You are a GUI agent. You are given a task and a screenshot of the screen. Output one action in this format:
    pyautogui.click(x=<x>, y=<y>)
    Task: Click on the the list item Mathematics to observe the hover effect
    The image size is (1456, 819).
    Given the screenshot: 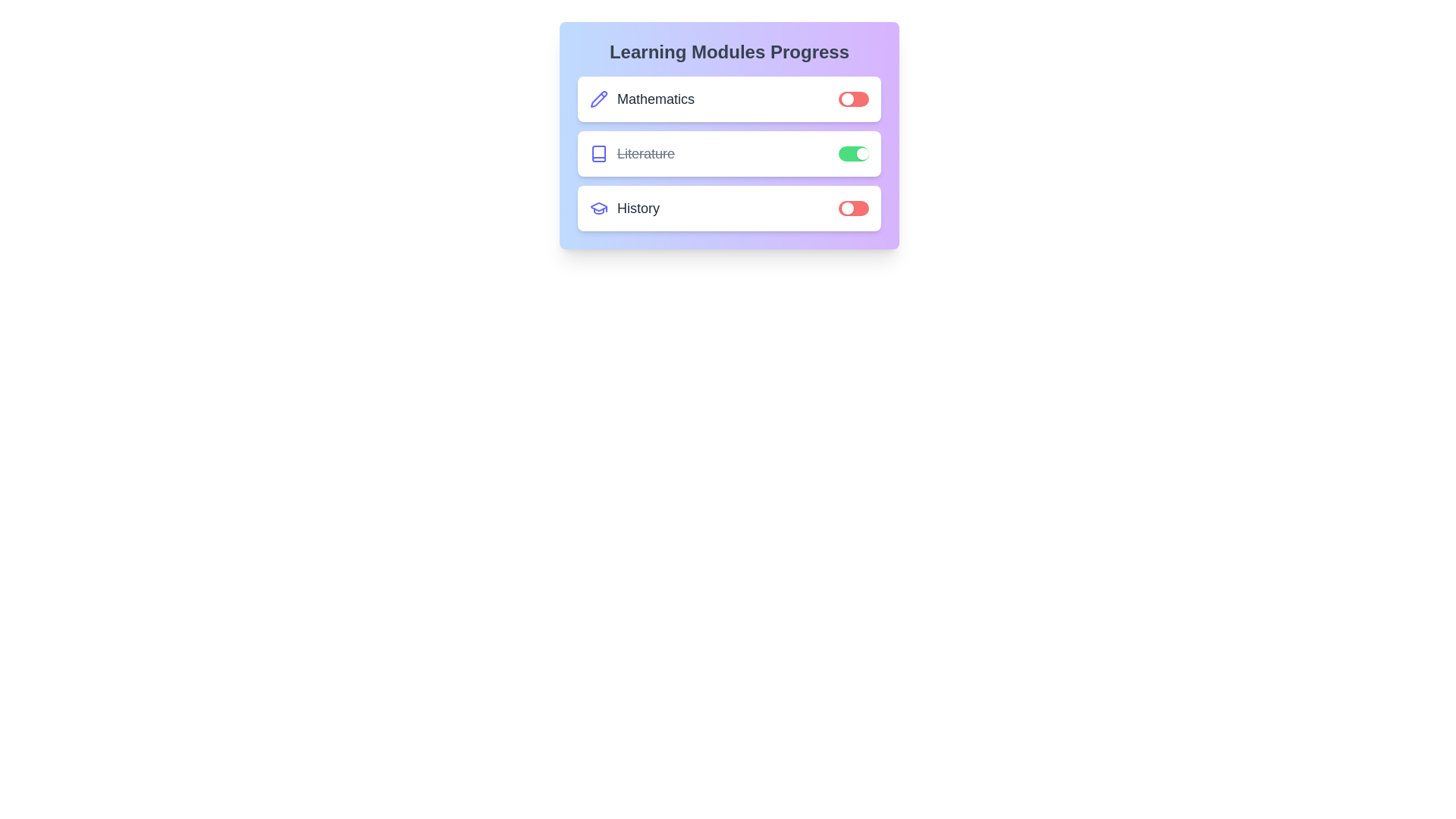 What is the action you would take?
    pyautogui.click(x=729, y=99)
    